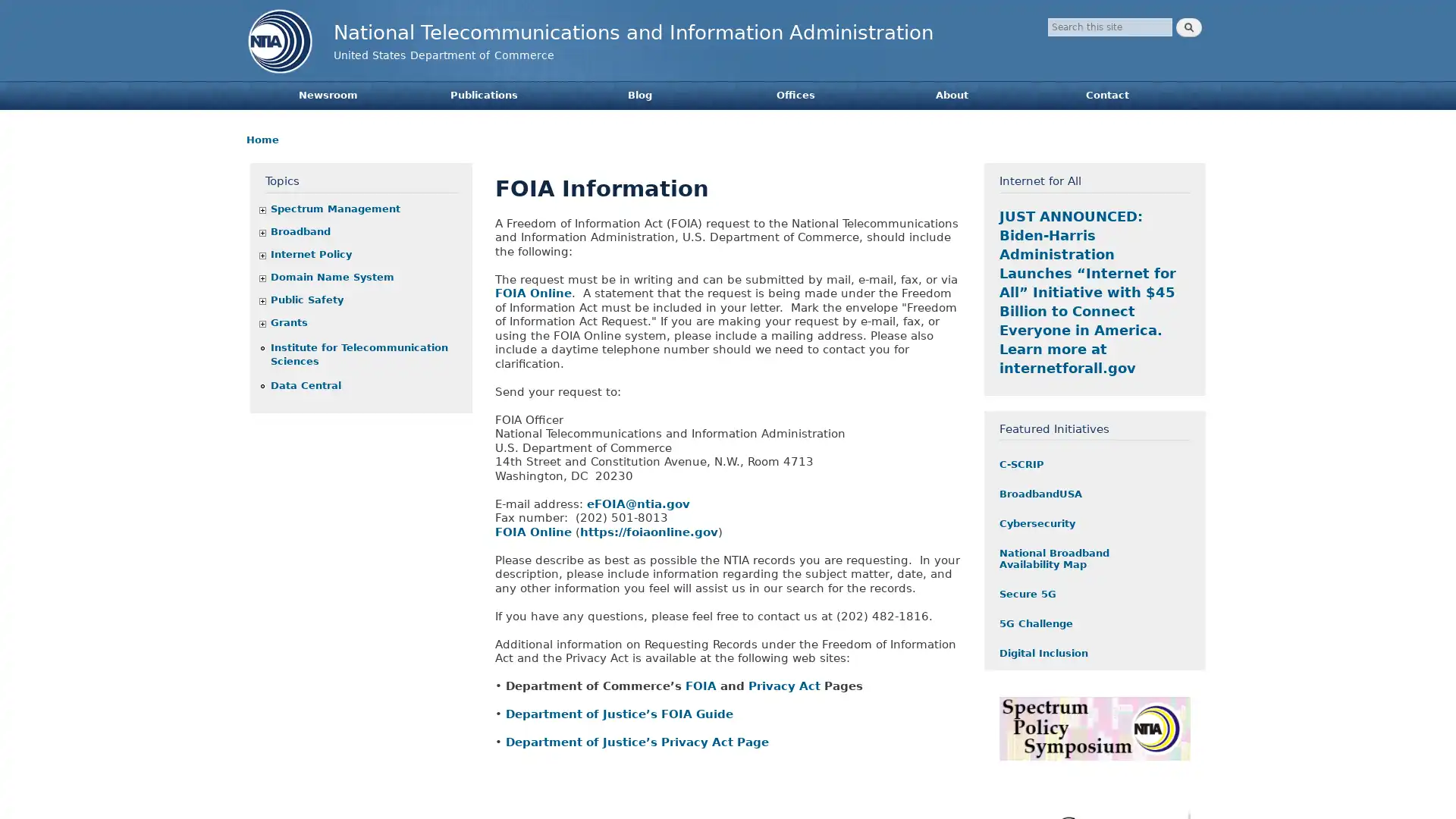 This screenshot has width=1456, height=819. Describe the element at coordinates (1188, 27) in the screenshot. I see `Search` at that location.